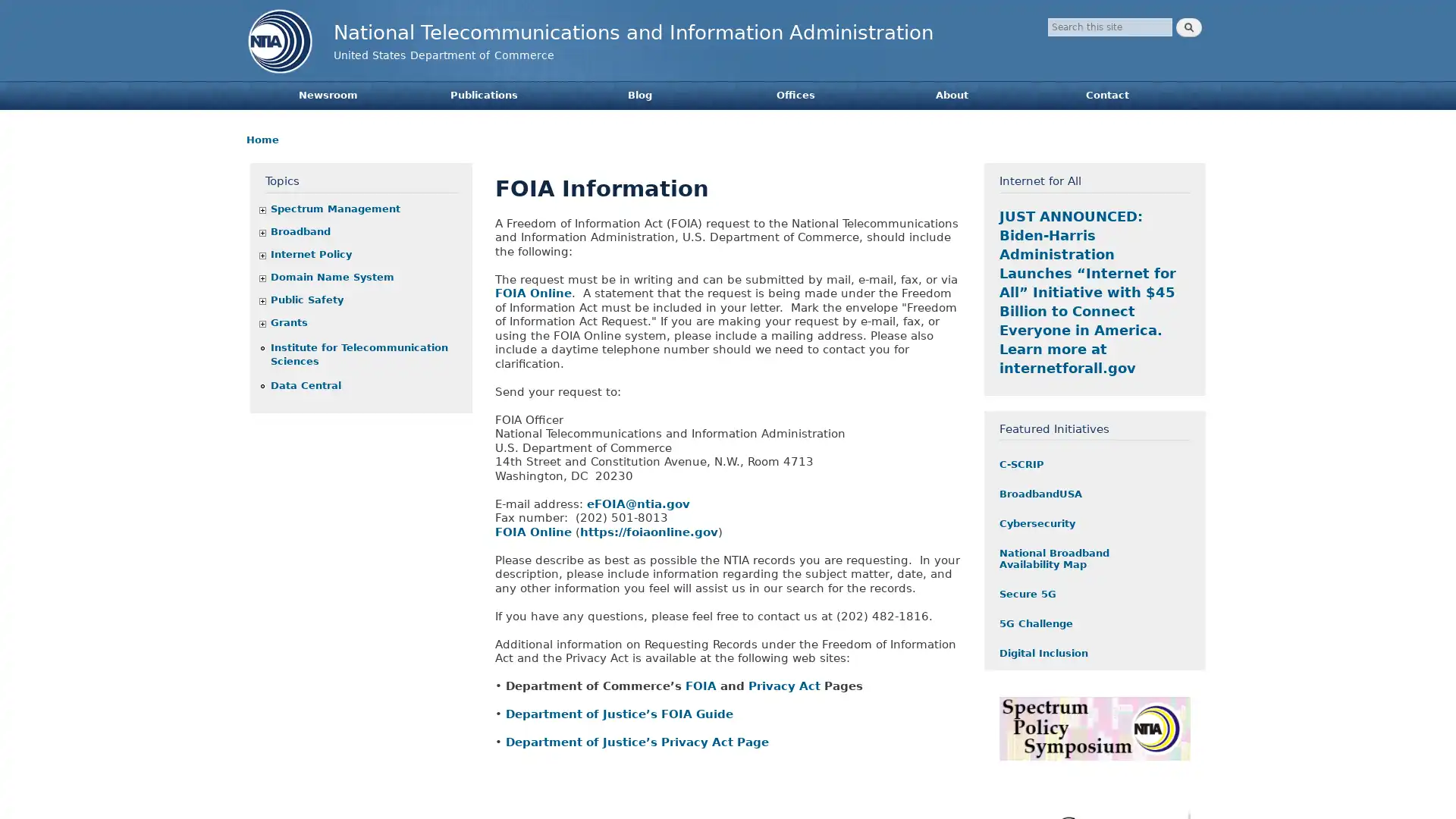 This screenshot has width=1456, height=819. Describe the element at coordinates (1188, 27) in the screenshot. I see `Search` at that location.